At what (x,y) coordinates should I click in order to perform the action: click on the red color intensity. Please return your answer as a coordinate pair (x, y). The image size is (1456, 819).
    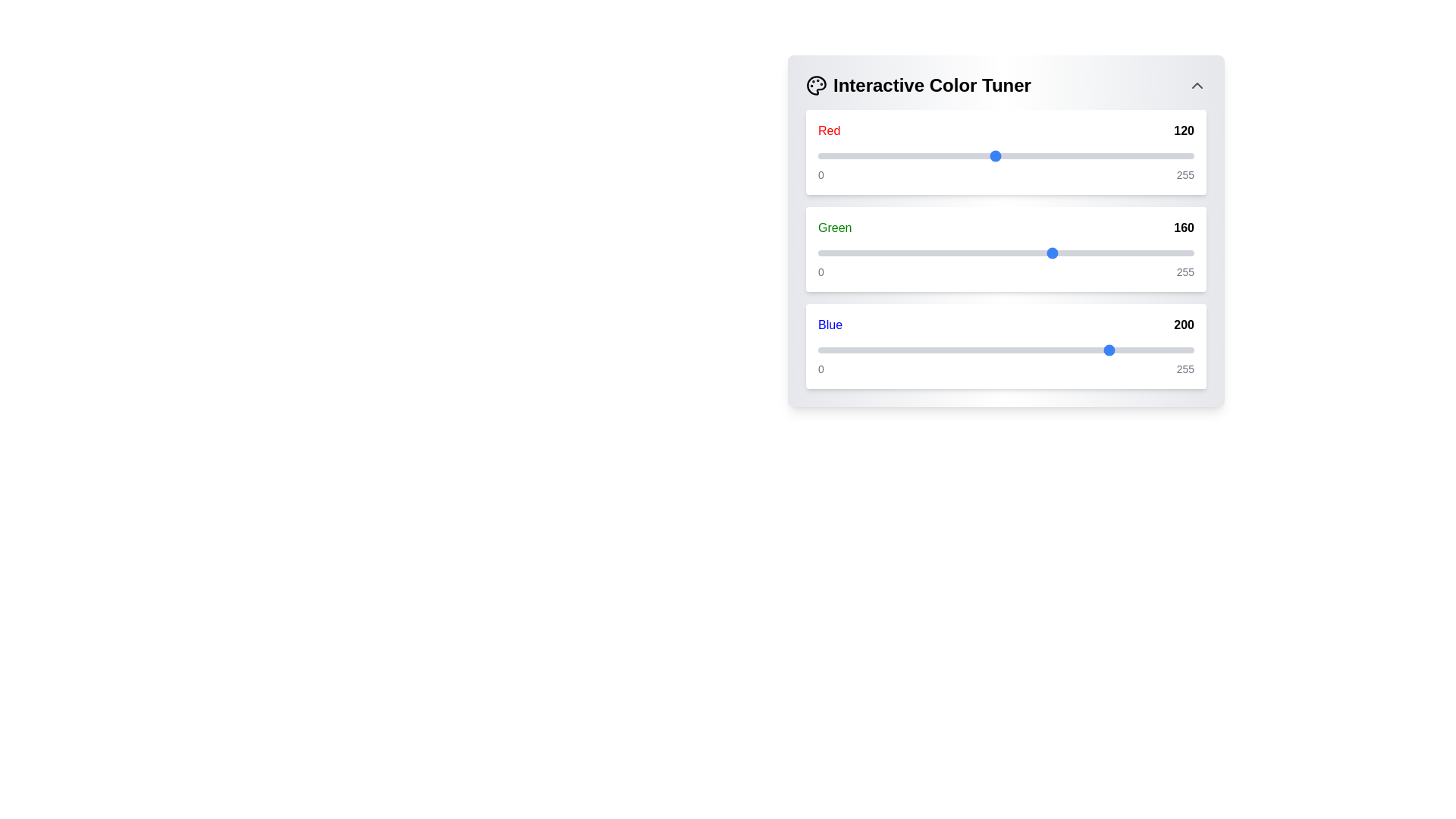
    Looking at the image, I should click on (824, 155).